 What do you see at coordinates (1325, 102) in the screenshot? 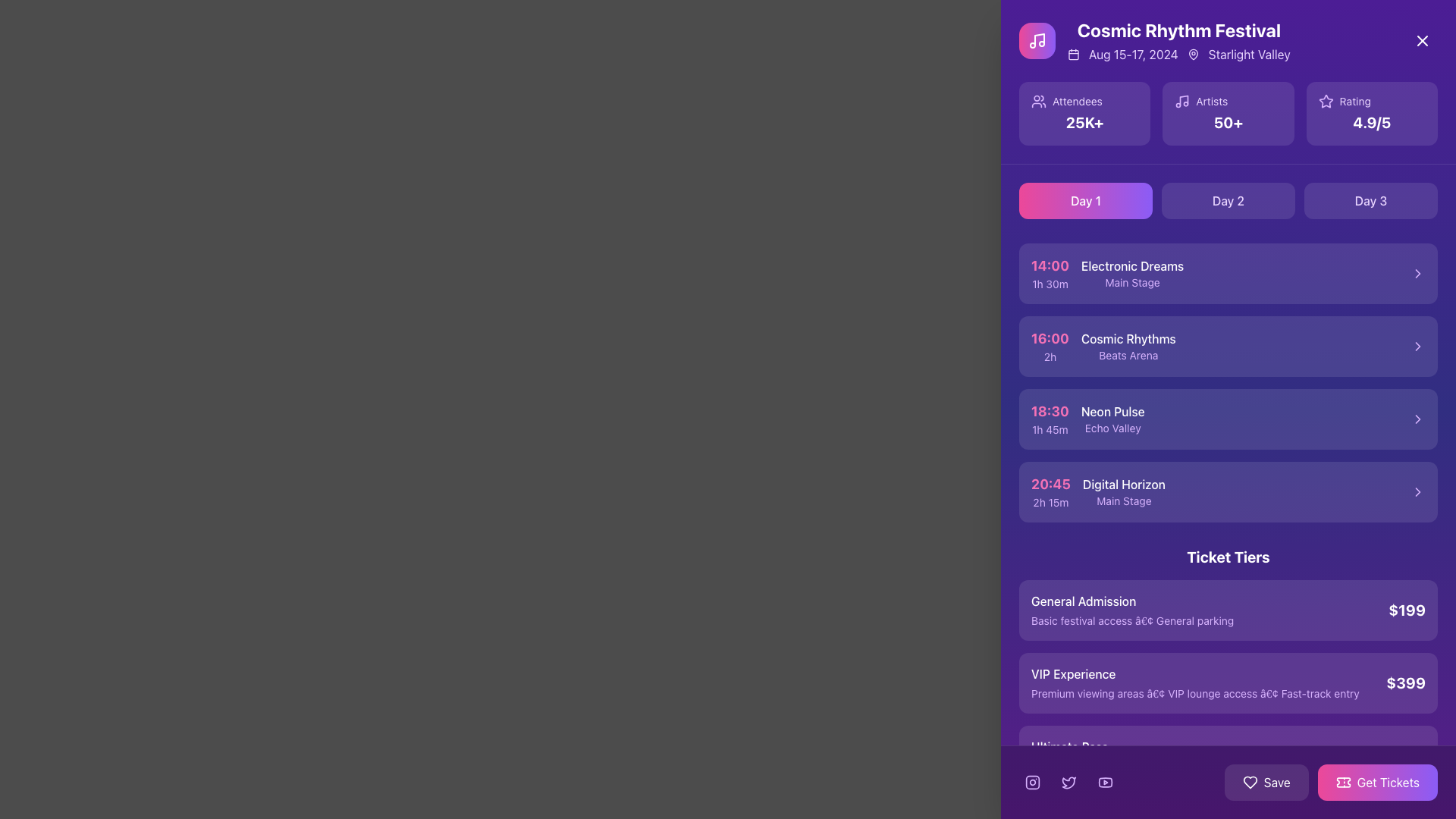
I see `the star icon in the 'Rating' section, located on the right-side panel, which serves as a visual indicator for the rating system` at bounding box center [1325, 102].